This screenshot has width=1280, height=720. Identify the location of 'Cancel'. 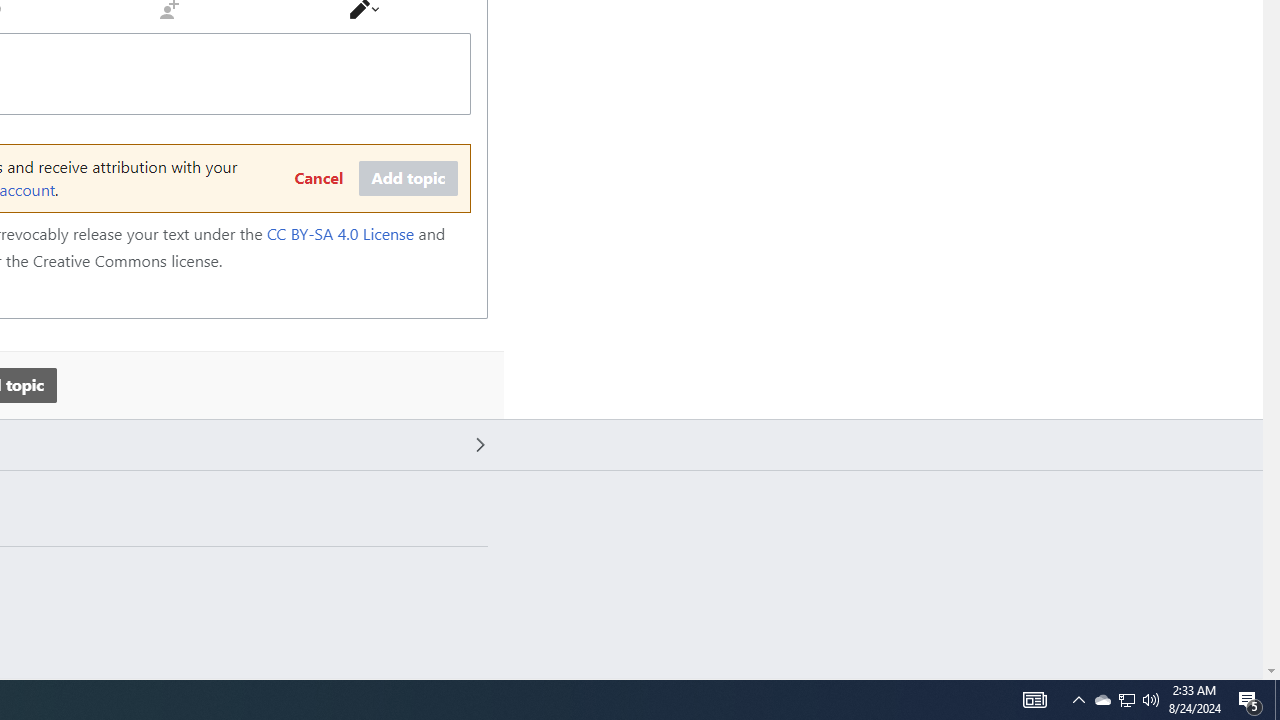
(317, 178).